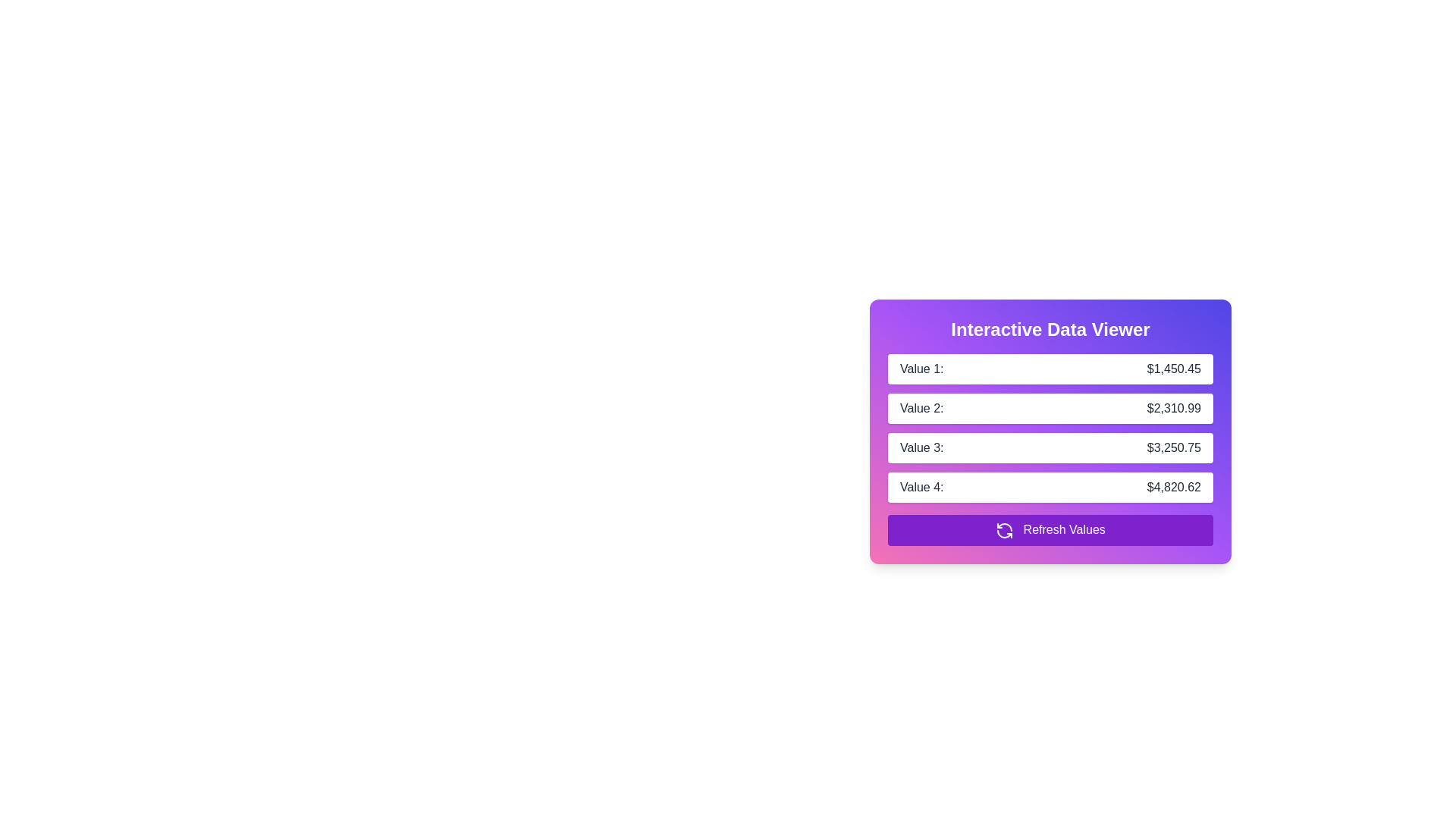  I want to click on the fourth Data Row in the 'Interactive Data Viewer' that displays a monetary amount, located below 'Value 3: $3,250.75', so click(1050, 488).